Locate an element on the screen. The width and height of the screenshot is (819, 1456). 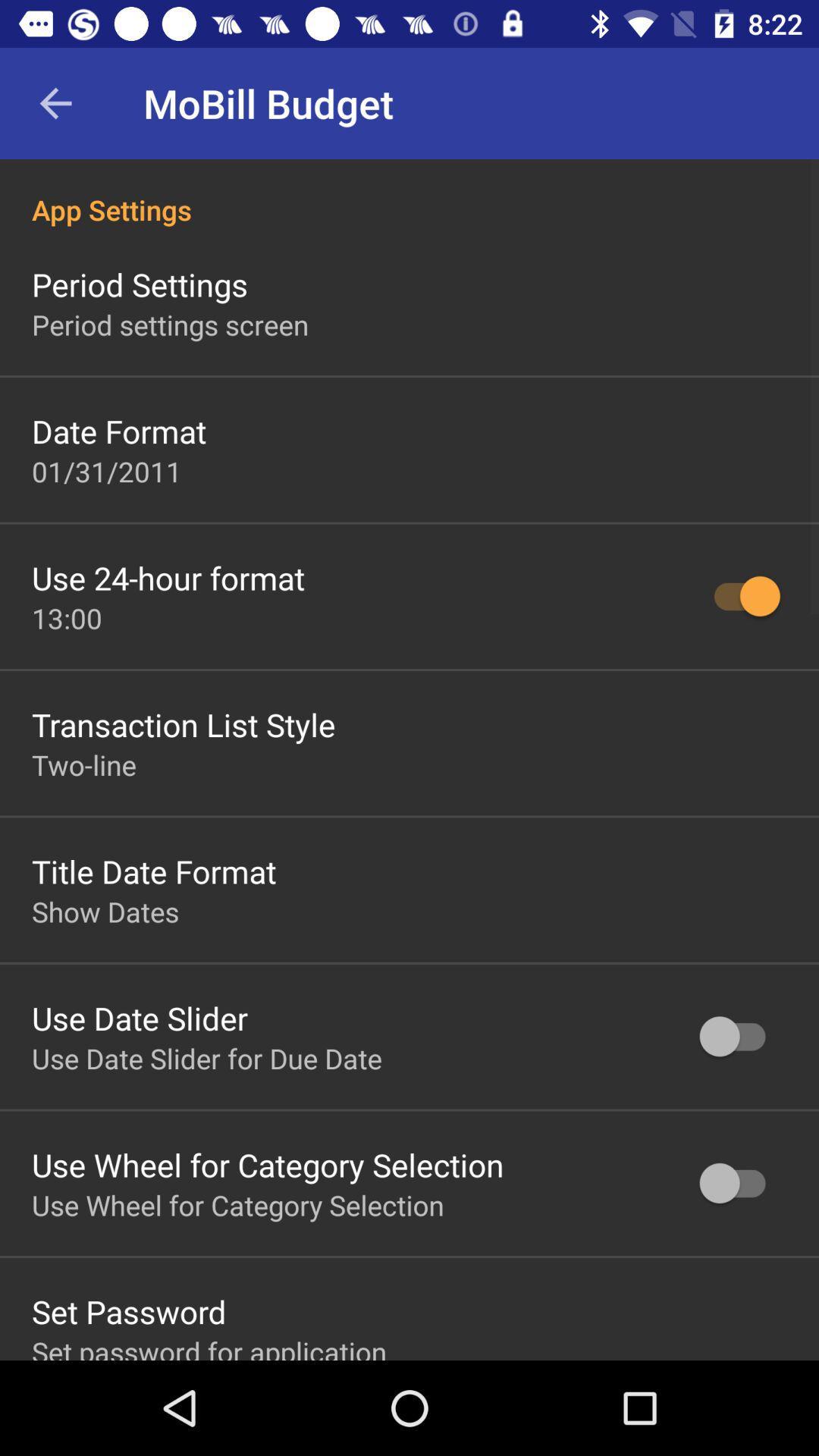
app settings icon is located at coordinates (409, 193).